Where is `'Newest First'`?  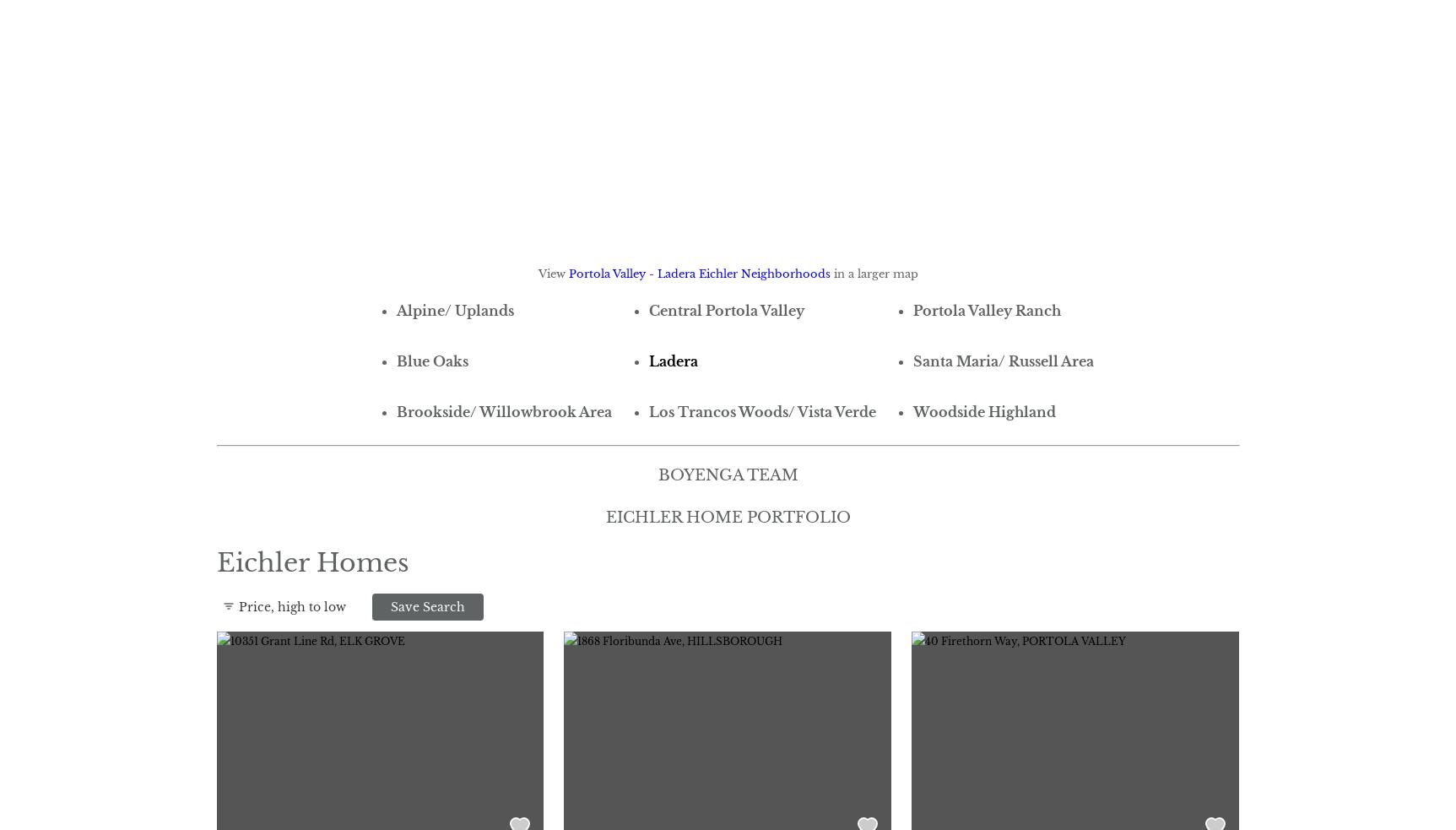
'Newest First' is located at coordinates (254, 713).